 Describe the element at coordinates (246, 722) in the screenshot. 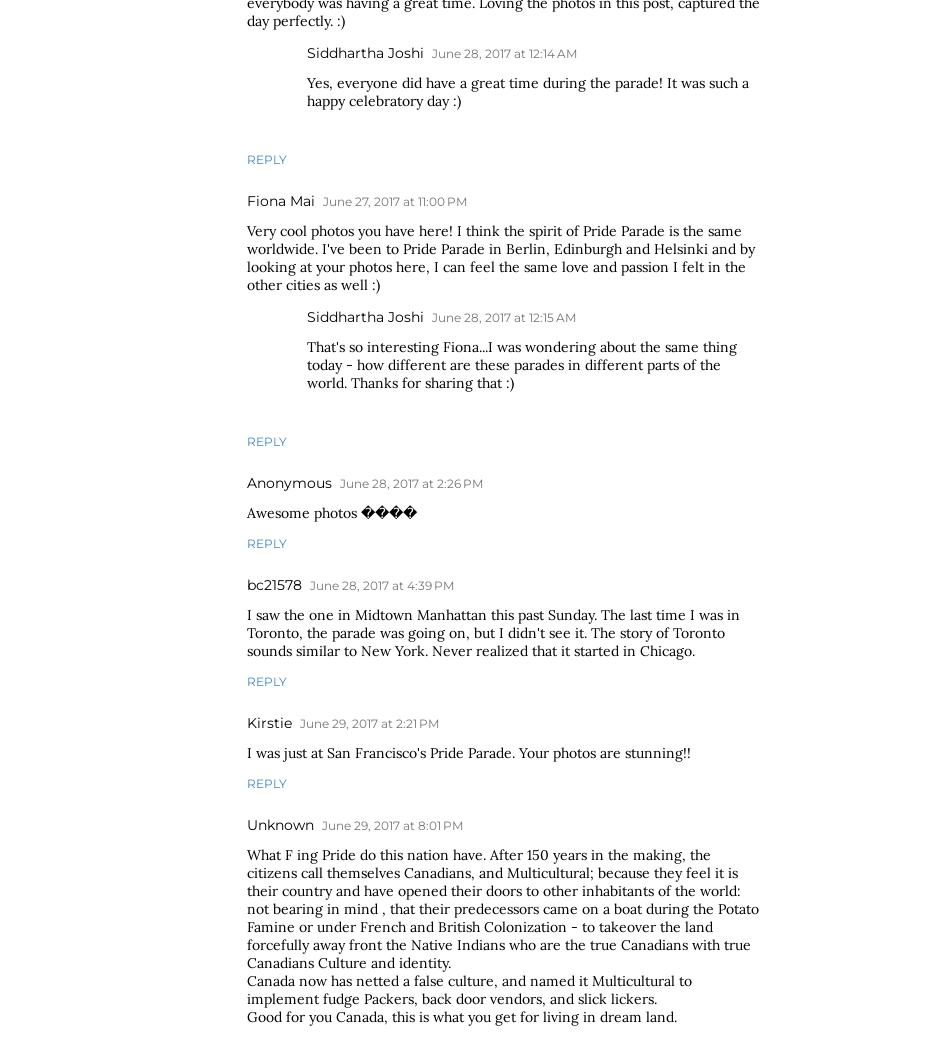

I see `'Kirstie'` at that location.